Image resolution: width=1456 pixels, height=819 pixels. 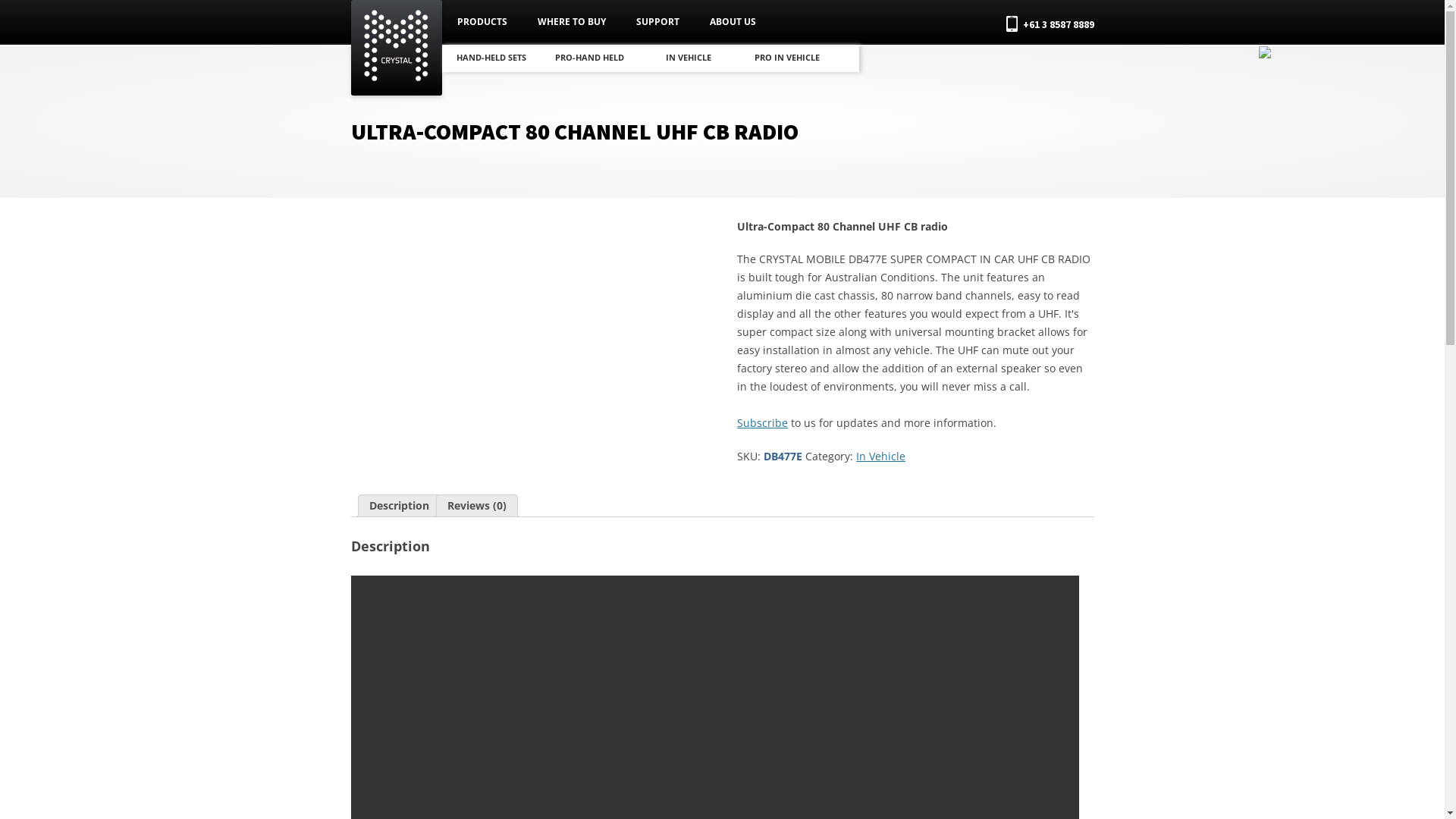 What do you see at coordinates (657, 22) in the screenshot?
I see `'SUPPORT'` at bounding box center [657, 22].